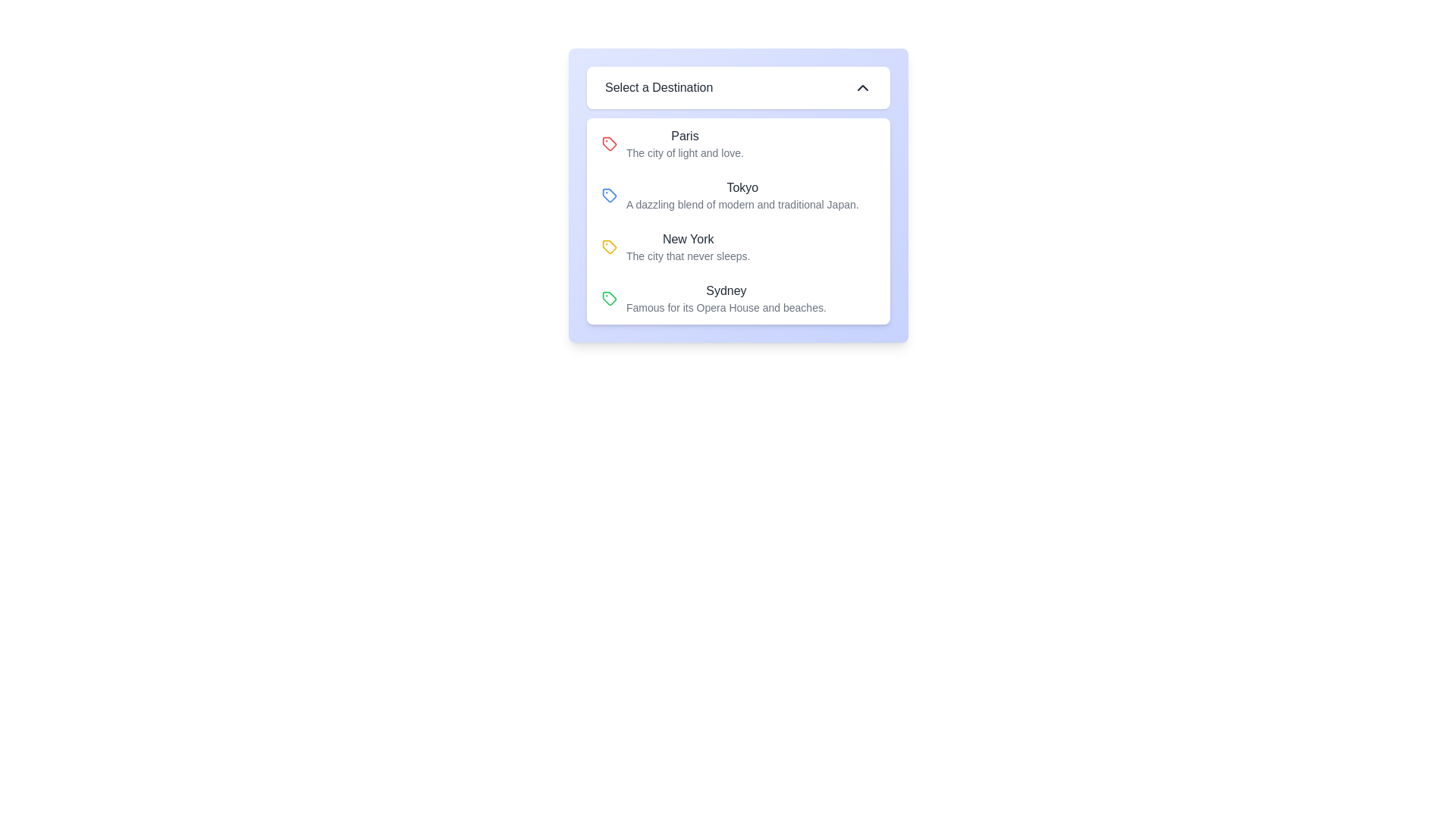 This screenshot has height=819, width=1456. Describe the element at coordinates (739, 143) in the screenshot. I see `the first list item representing the destination 'Paris'` at that location.